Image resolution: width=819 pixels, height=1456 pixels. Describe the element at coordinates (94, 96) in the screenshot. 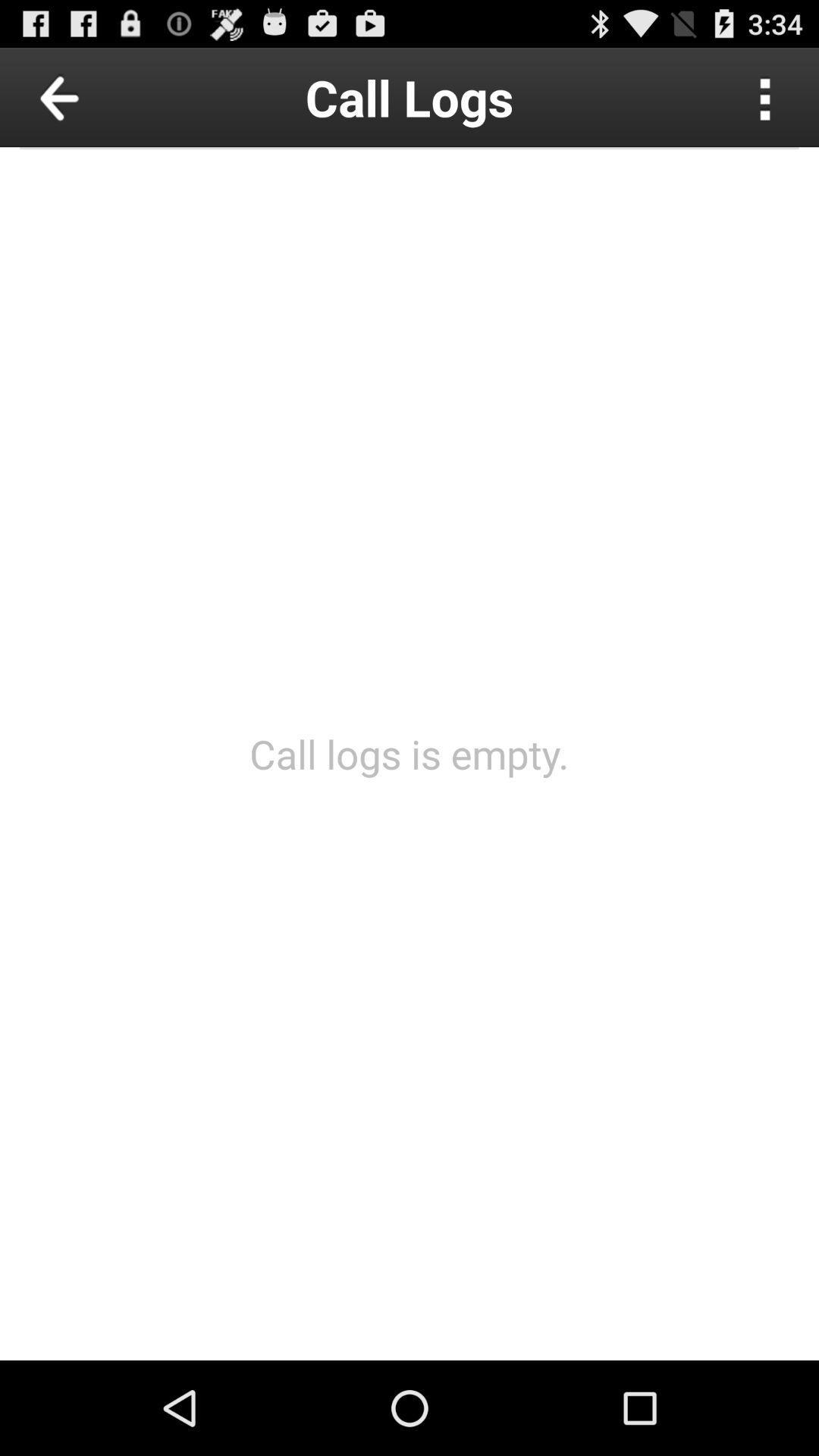

I see `go back` at that location.